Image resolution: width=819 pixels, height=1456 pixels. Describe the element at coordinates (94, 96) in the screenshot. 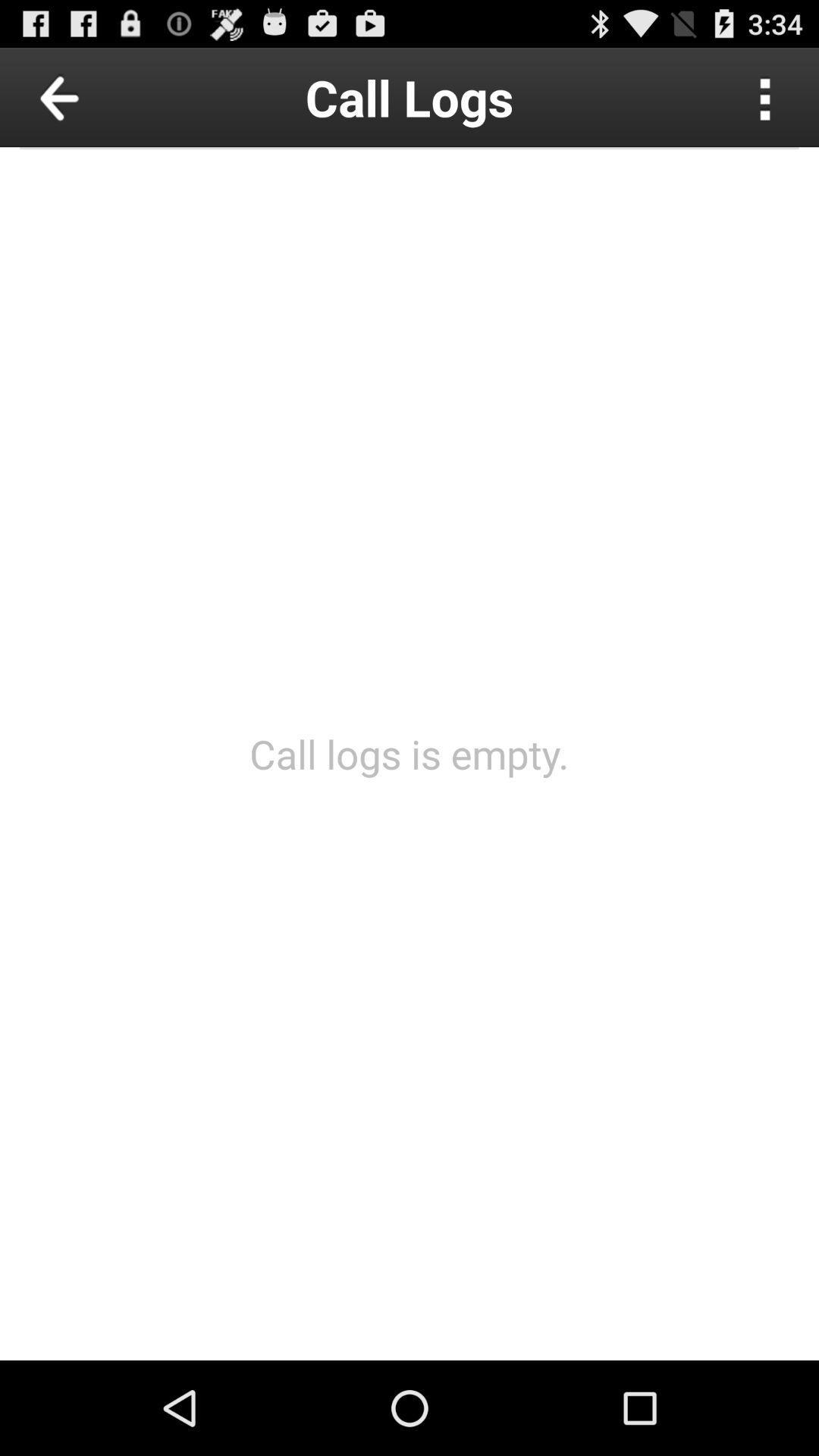

I see `go back` at that location.